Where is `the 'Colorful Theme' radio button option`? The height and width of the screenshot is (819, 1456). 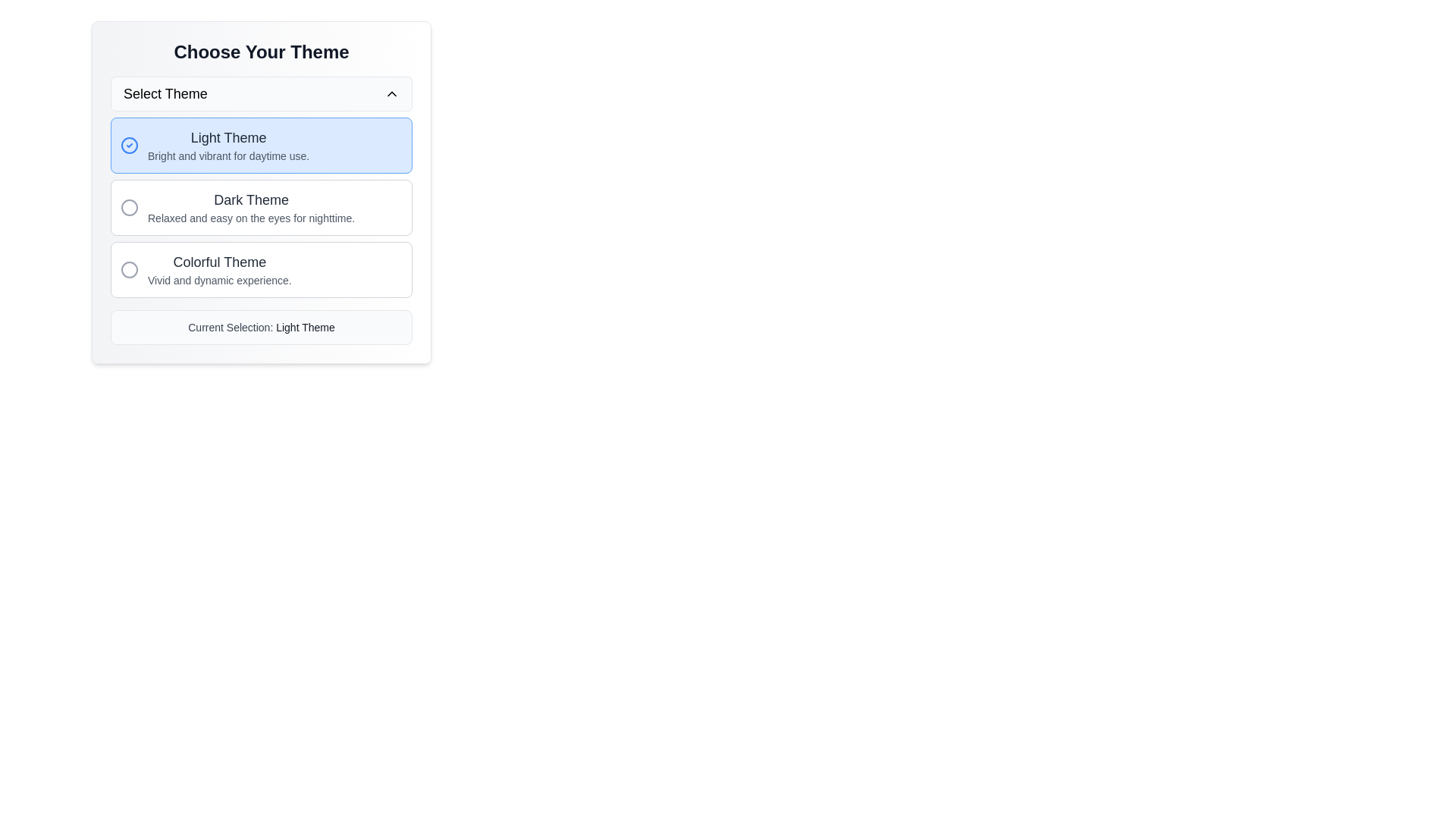
the 'Colorful Theme' radio button option is located at coordinates (262, 268).